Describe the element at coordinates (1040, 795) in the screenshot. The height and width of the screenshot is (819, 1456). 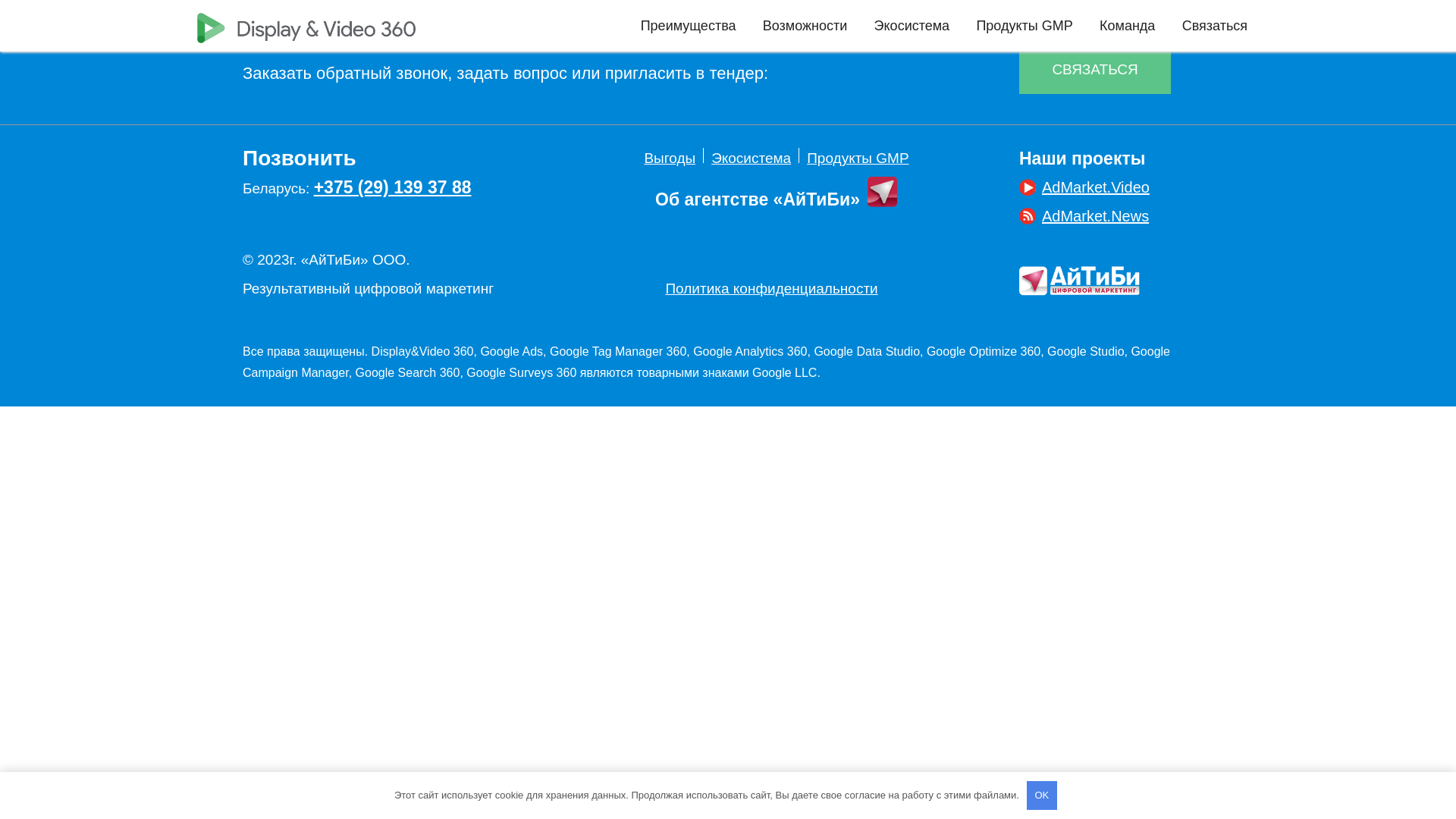
I see `'OK'` at that location.